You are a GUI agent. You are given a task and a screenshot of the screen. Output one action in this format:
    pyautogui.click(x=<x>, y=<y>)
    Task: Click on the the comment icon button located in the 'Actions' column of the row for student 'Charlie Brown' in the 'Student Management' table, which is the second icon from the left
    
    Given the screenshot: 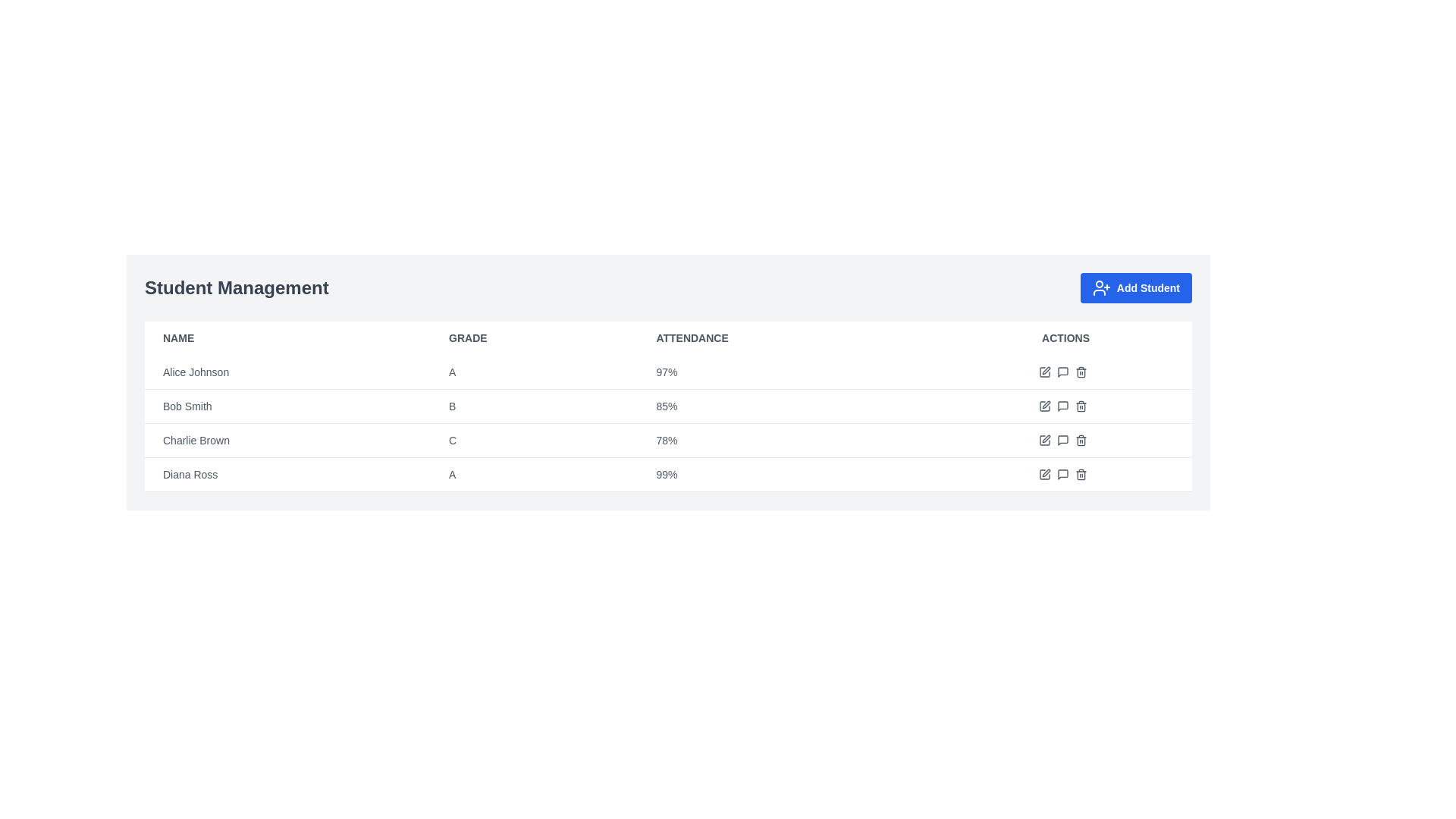 What is the action you would take?
    pyautogui.click(x=1062, y=441)
    